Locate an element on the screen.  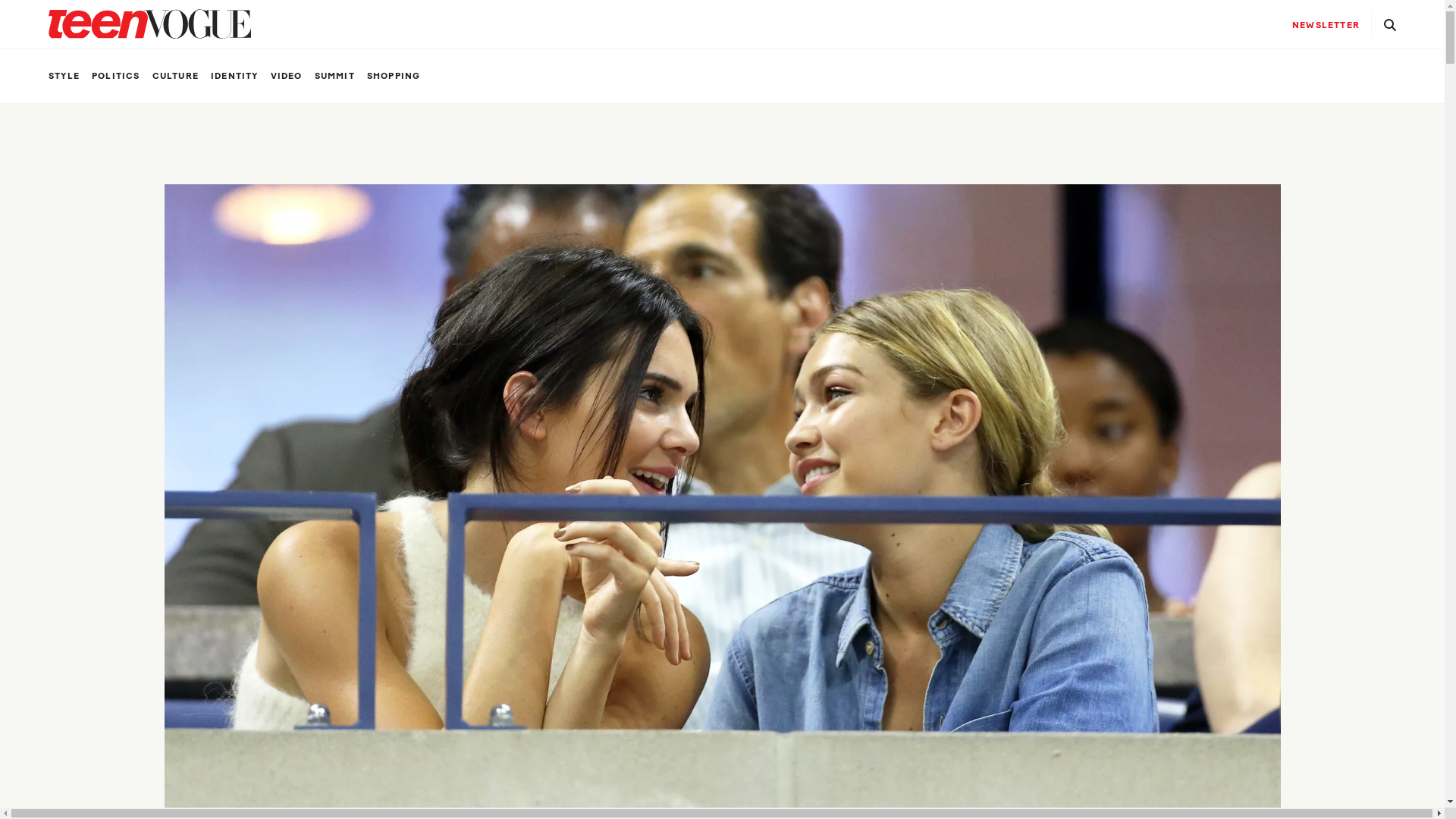
'SEARCH' is located at coordinates (1378, 24).